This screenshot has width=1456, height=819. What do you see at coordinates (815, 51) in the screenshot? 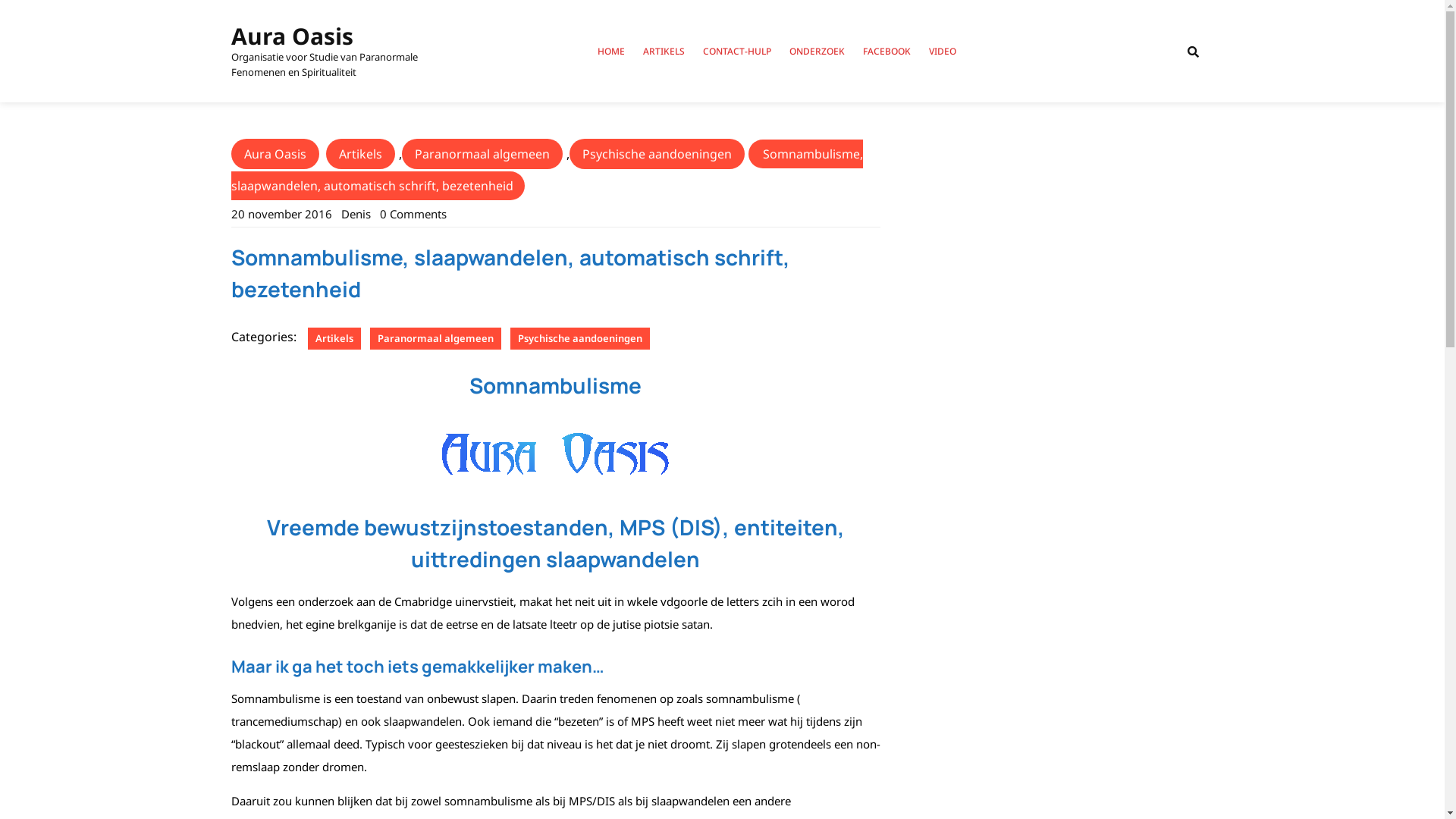
I see `'ONDERZOEK'` at bounding box center [815, 51].